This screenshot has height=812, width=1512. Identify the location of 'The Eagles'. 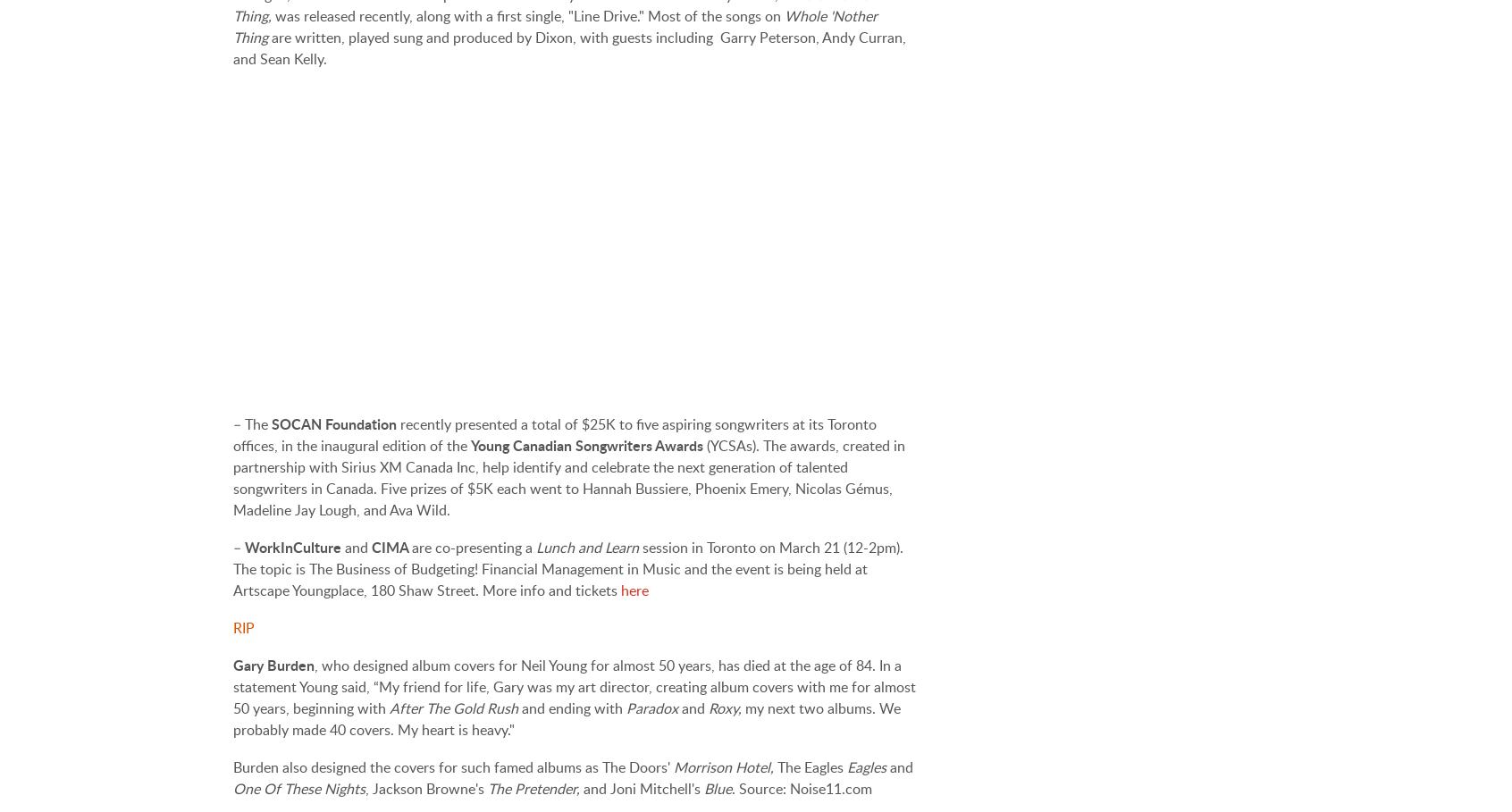
(777, 766).